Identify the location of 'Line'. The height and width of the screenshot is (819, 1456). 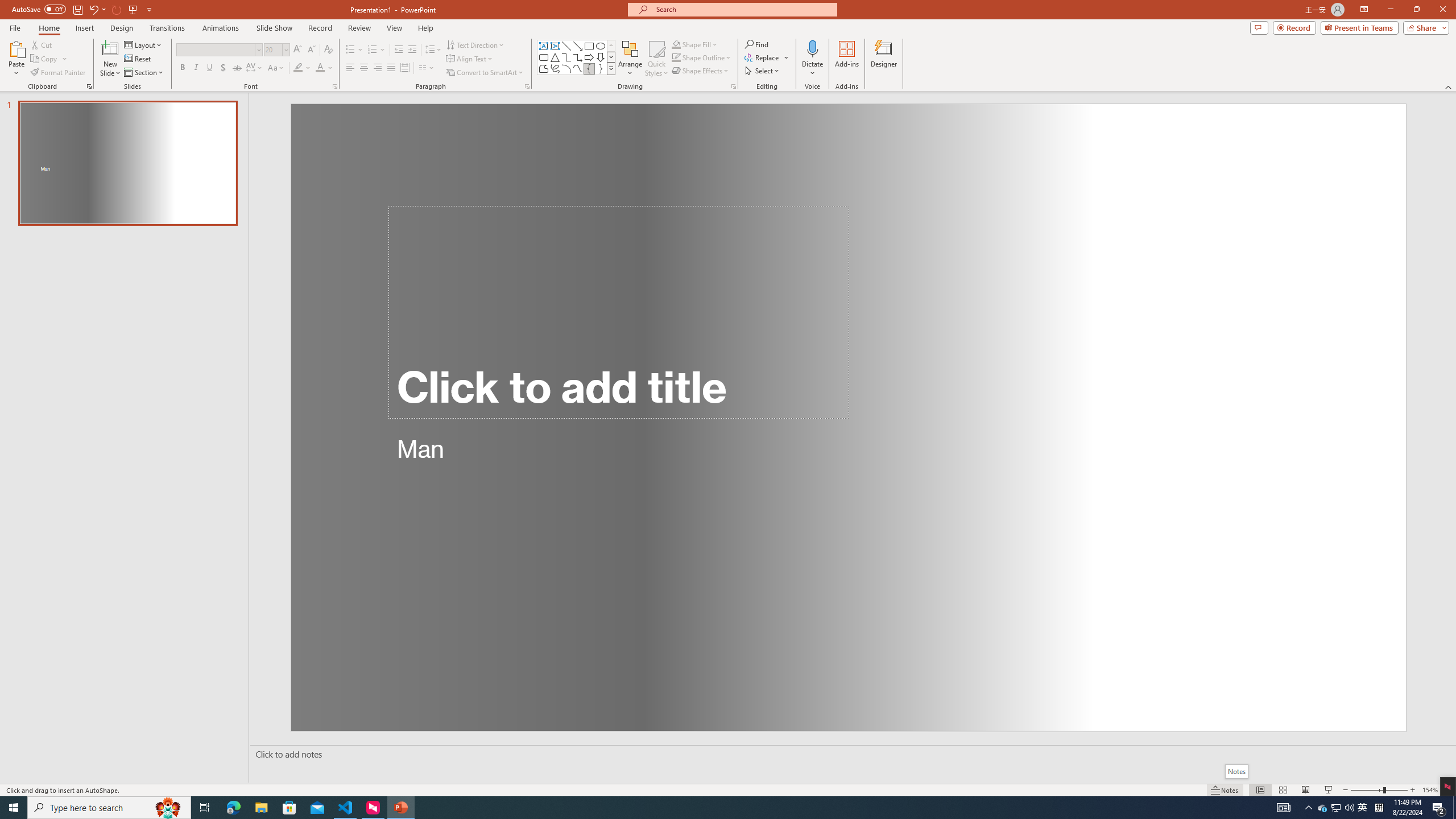
(565, 45).